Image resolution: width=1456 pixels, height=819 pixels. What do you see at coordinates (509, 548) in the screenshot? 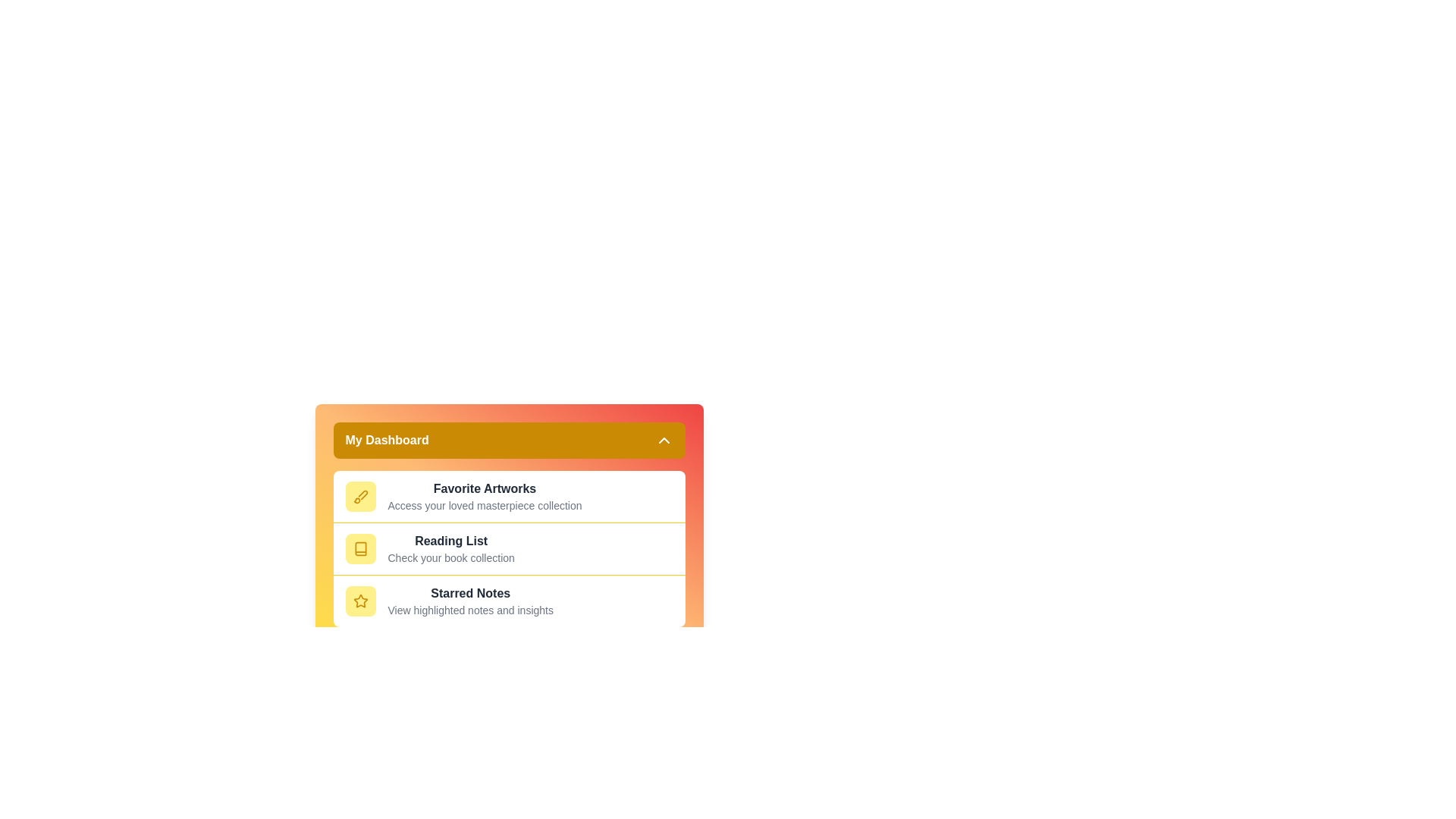
I see `the 'Reading List' item in the card layout by left-clicking on it` at bounding box center [509, 548].